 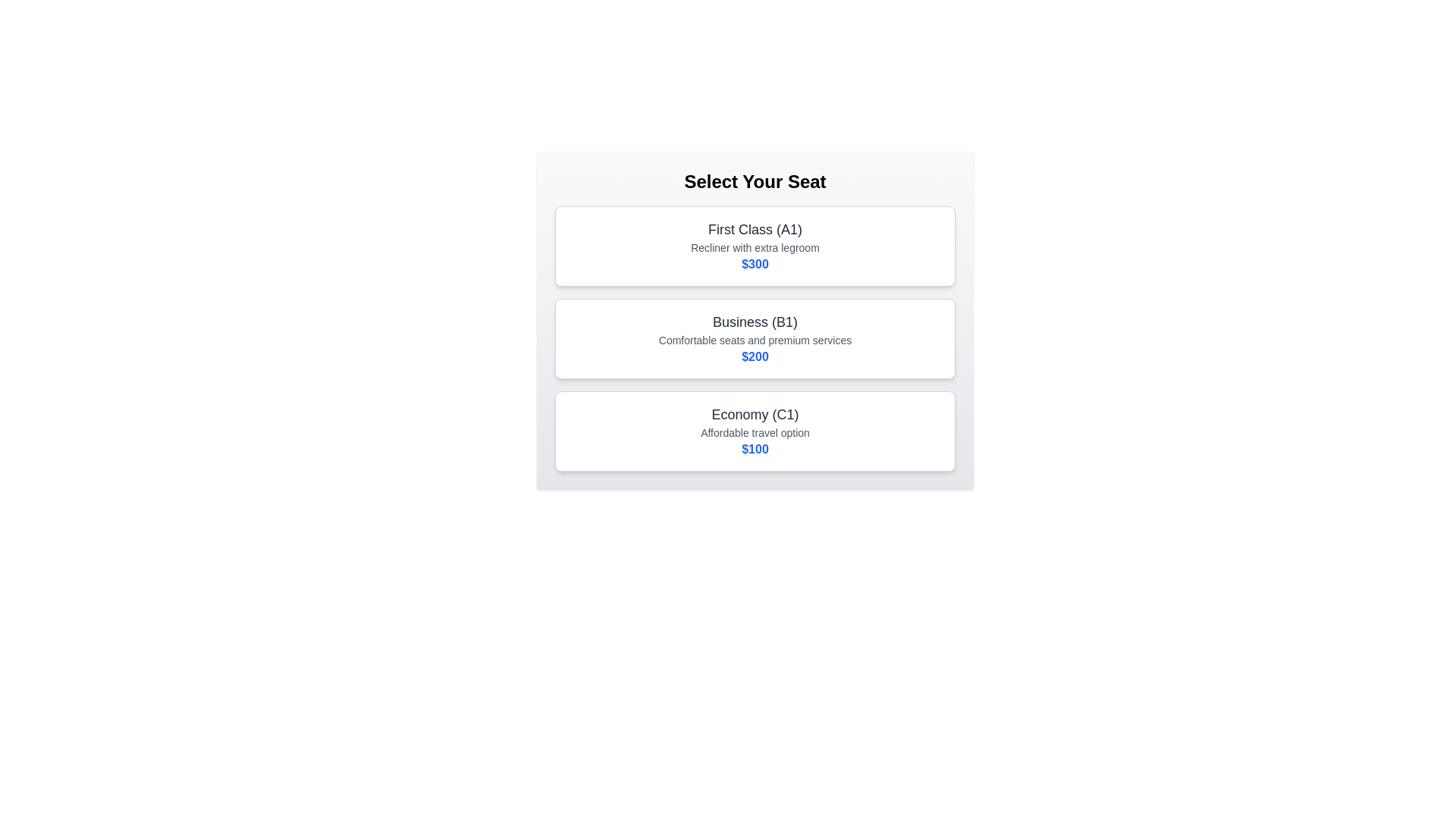 What do you see at coordinates (755, 449) in the screenshot?
I see `the text label displaying the price for the 'Economy (C1)' travel option` at bounding box center [755, 449].